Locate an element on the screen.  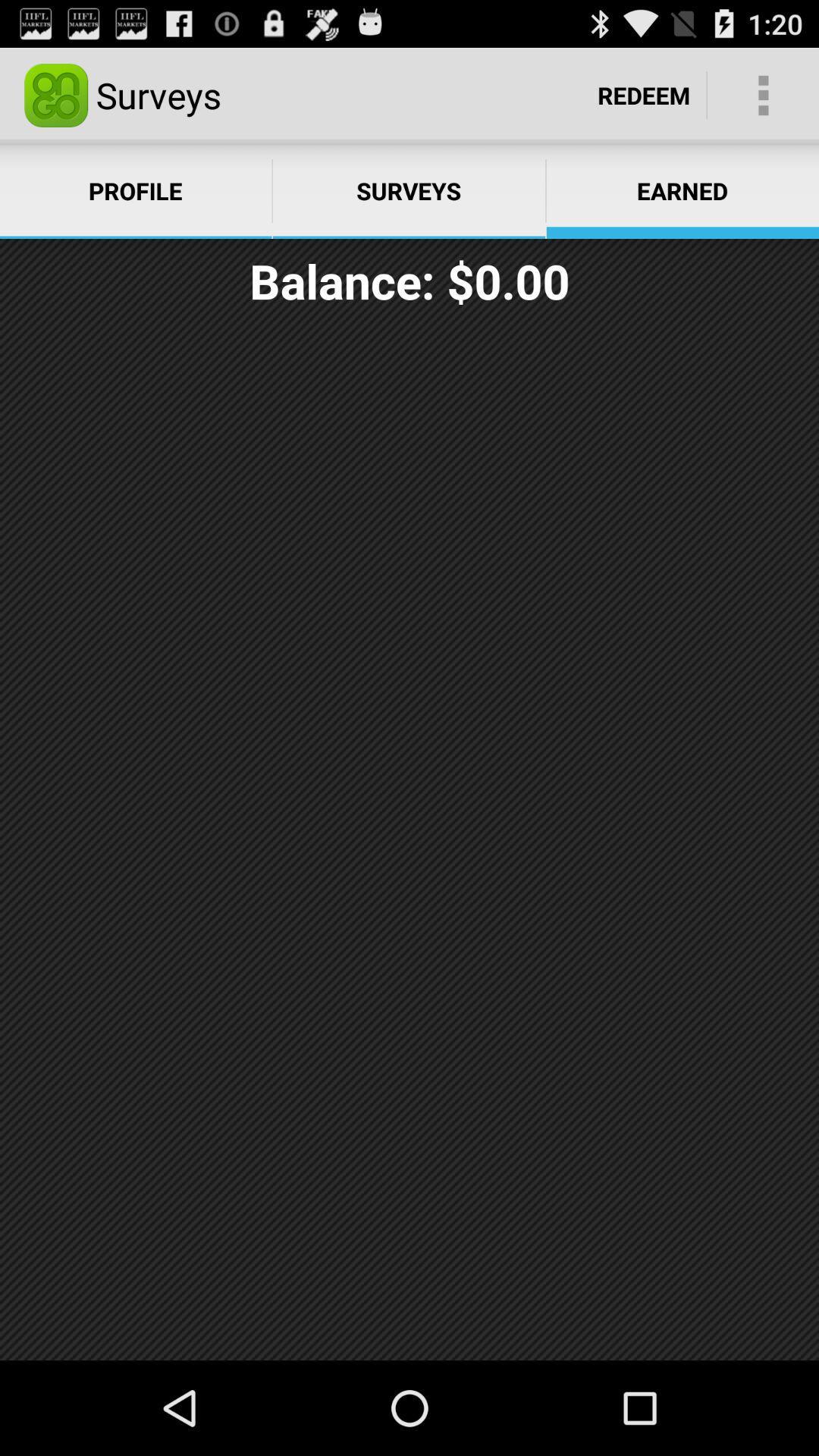
icon next to the surveys icon is located at coordinates (644, 94).